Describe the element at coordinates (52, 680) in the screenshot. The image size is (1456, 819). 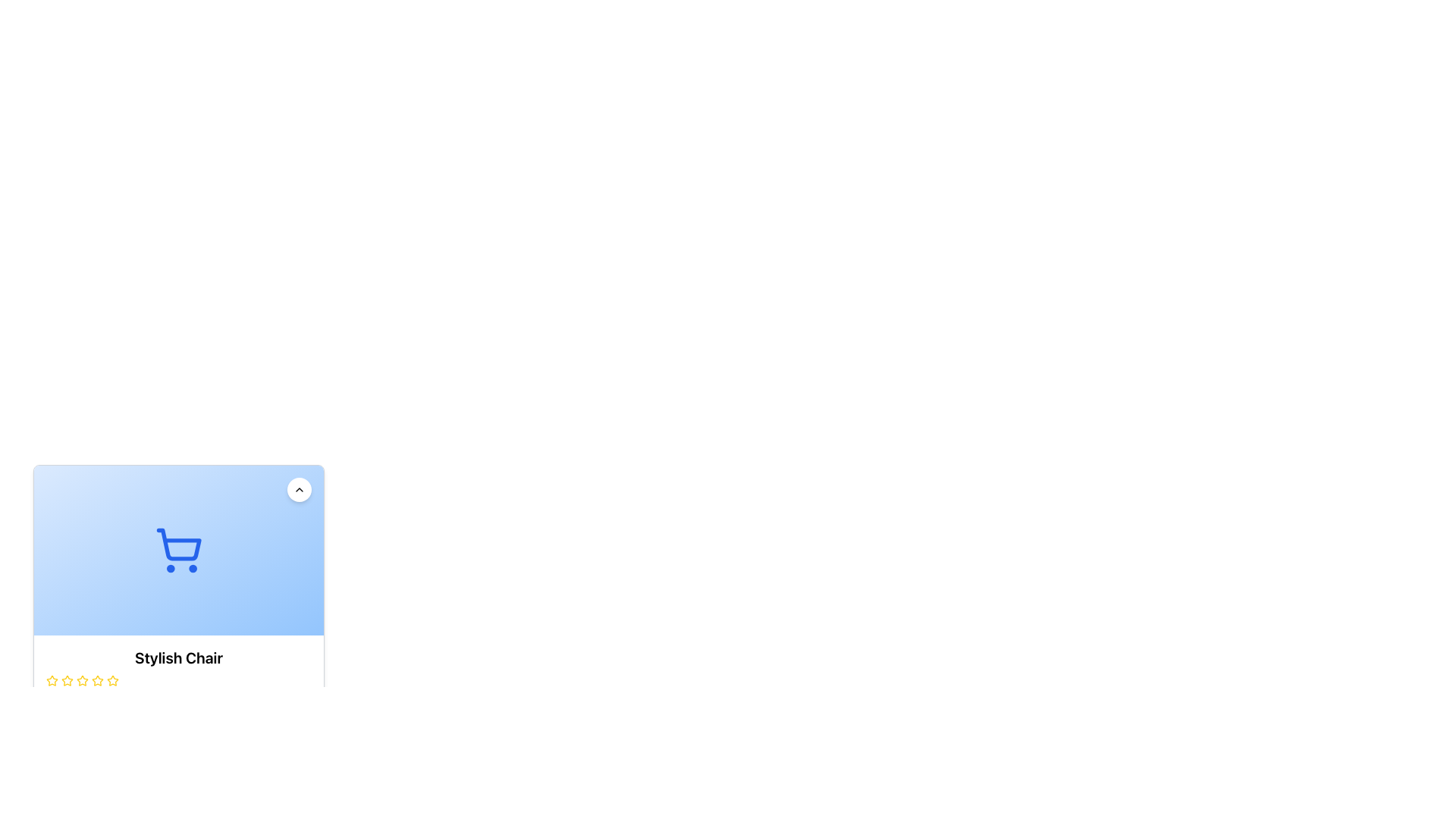
I see `the leftmost star icon in the rating system below the 'Stylish Chair' product title` at that location.